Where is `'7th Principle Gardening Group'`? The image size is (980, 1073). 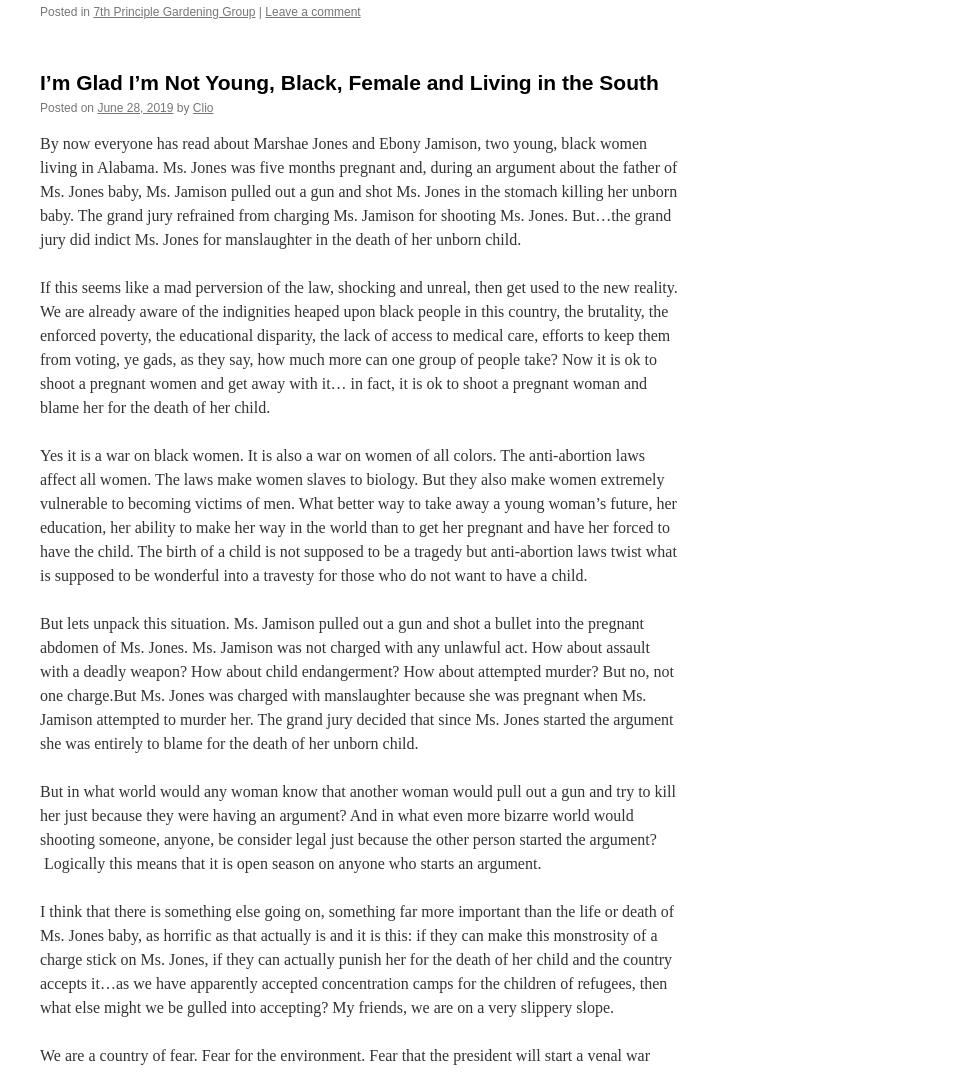
'7th Principle Gardening Group' is located at coordinates (174, 10).